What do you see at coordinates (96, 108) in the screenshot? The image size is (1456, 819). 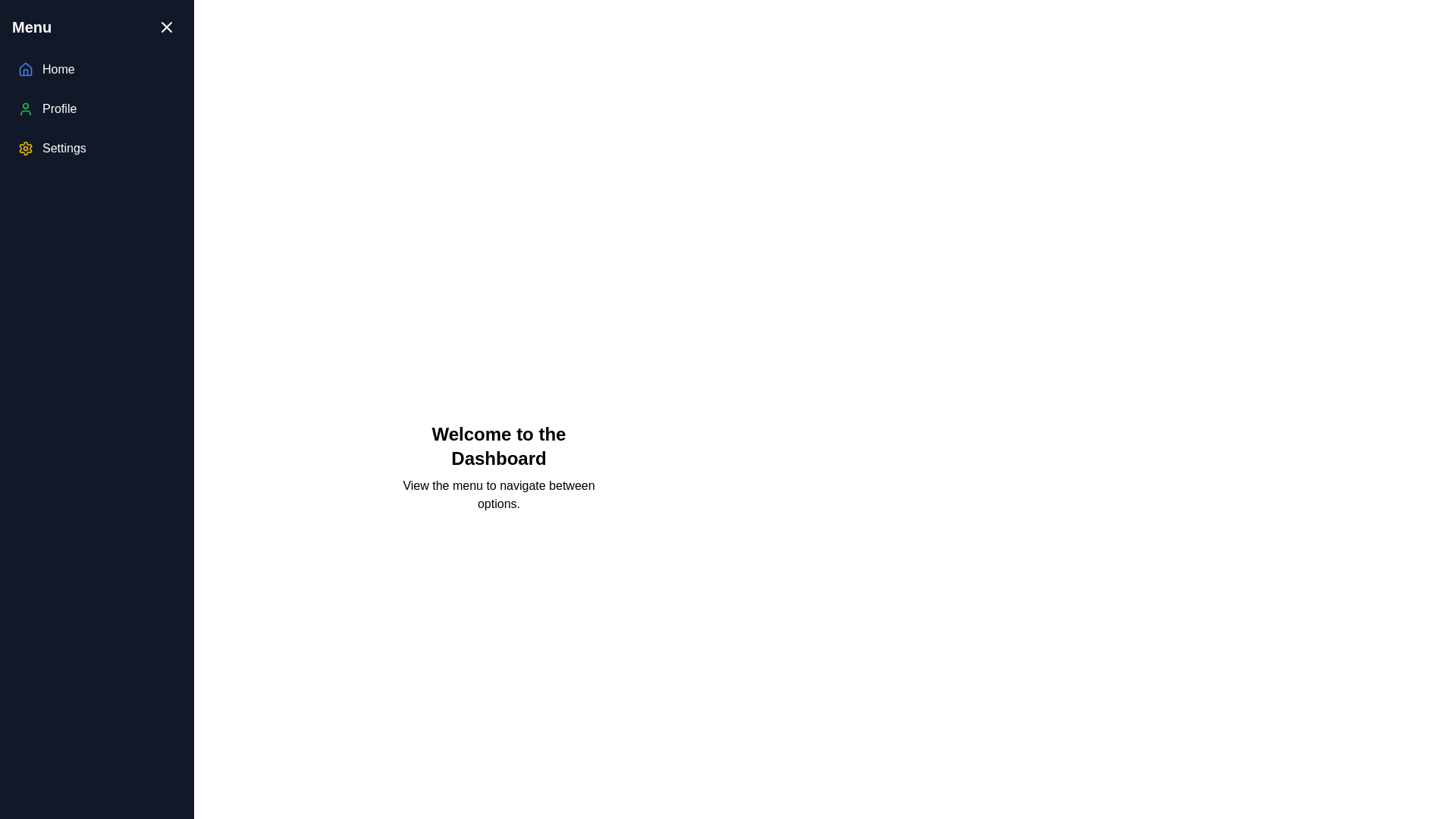 I see `the second menu item in the vertical navigation sidebar` at bounding box center [96, 108].